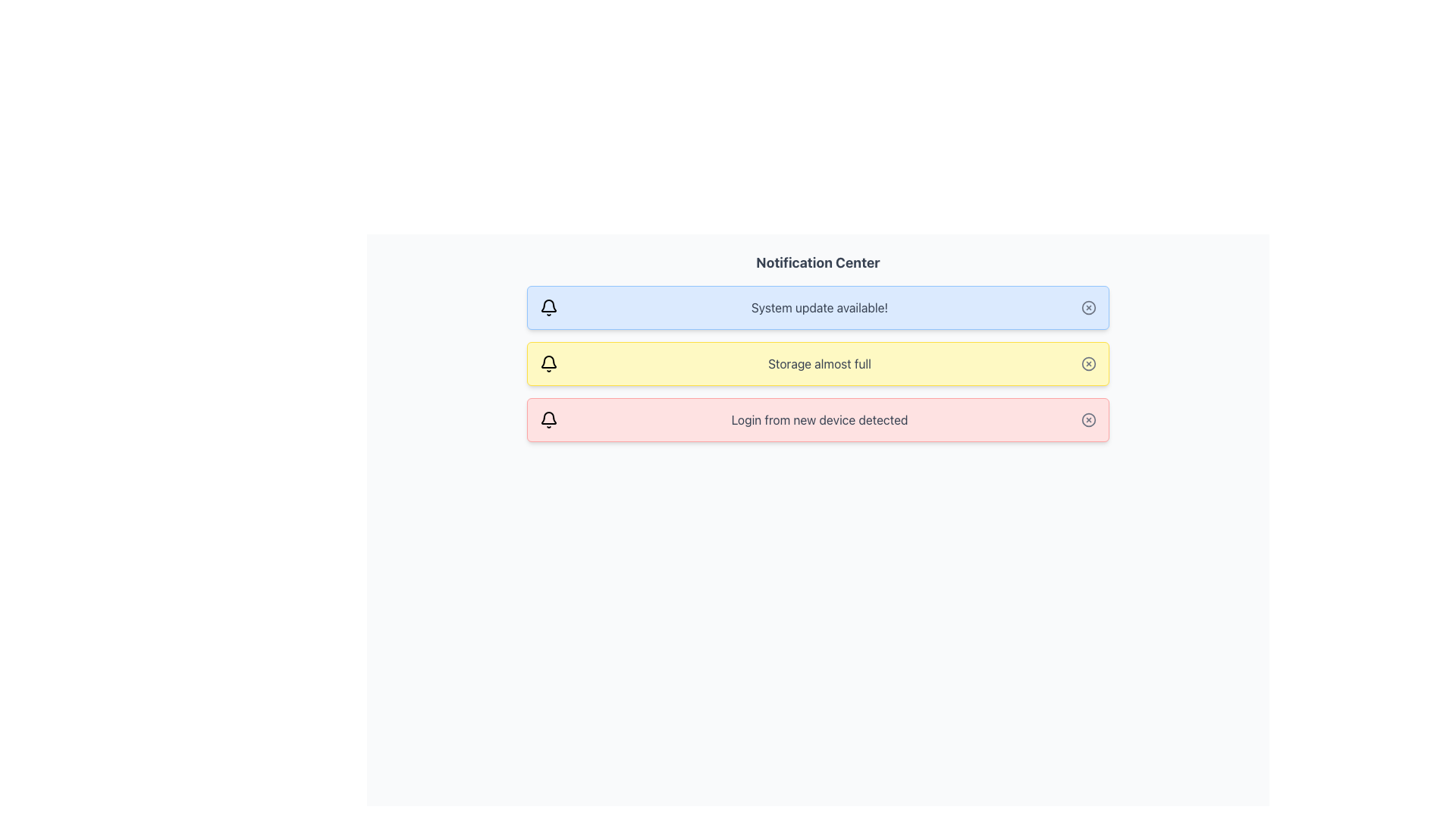 The image size is (1456, 819). What do you see at coordinates (548, 306) in the screenshot?
I see `the bell-like SVG icon representing a notification alert located in the first notification card of the Notification Center interface, next to the text 'System update available!'` at bounding box center [548, 306].